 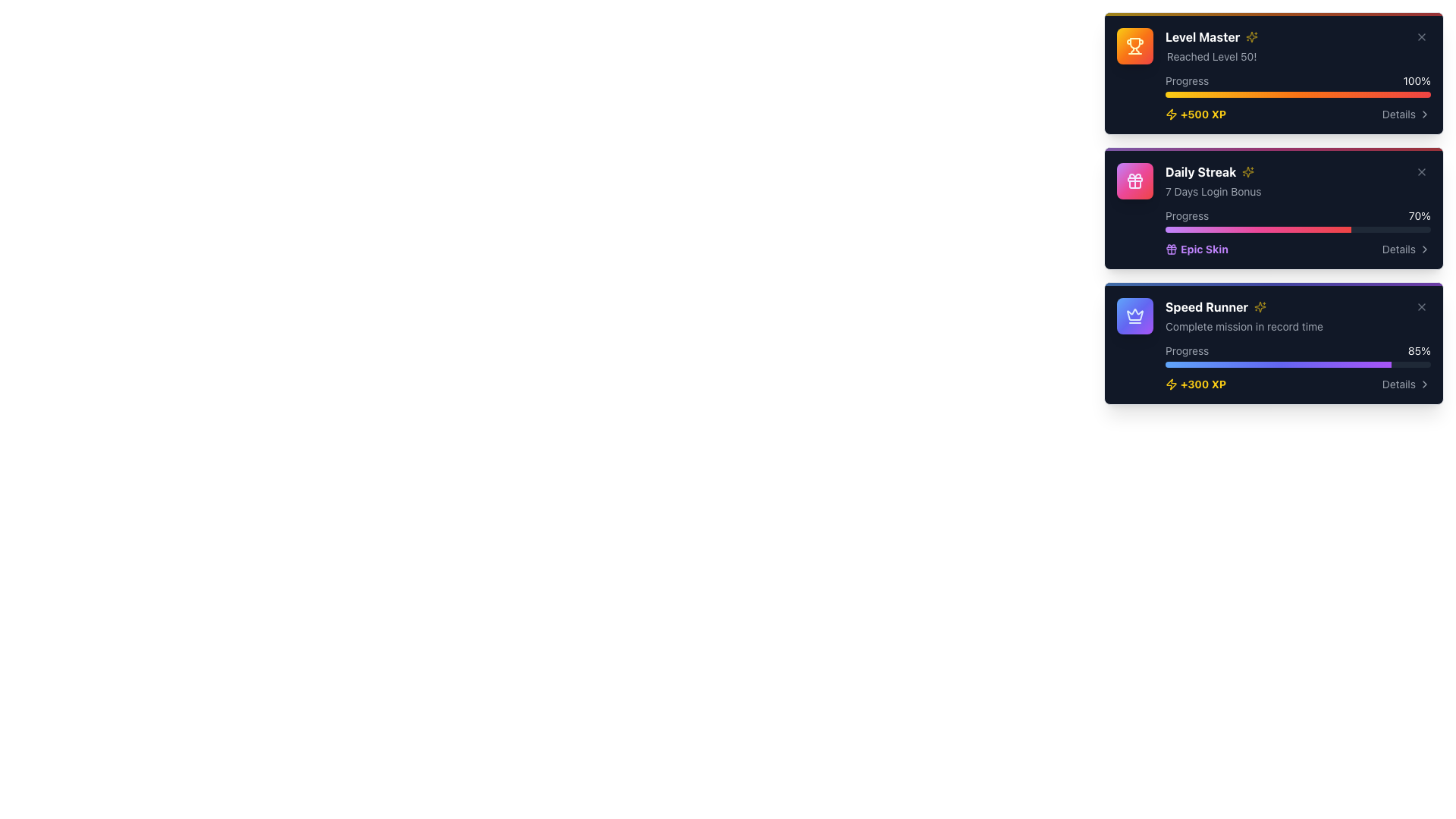 What do you see at coordinates (1298, 315) in the screenshot?
I see `the animation effect of the icon on the 'Speed Runner' descriptive card, which features a bold white title and a gray subtitle, located in the lower right section of the interface` at bounding box center [1298, 315].